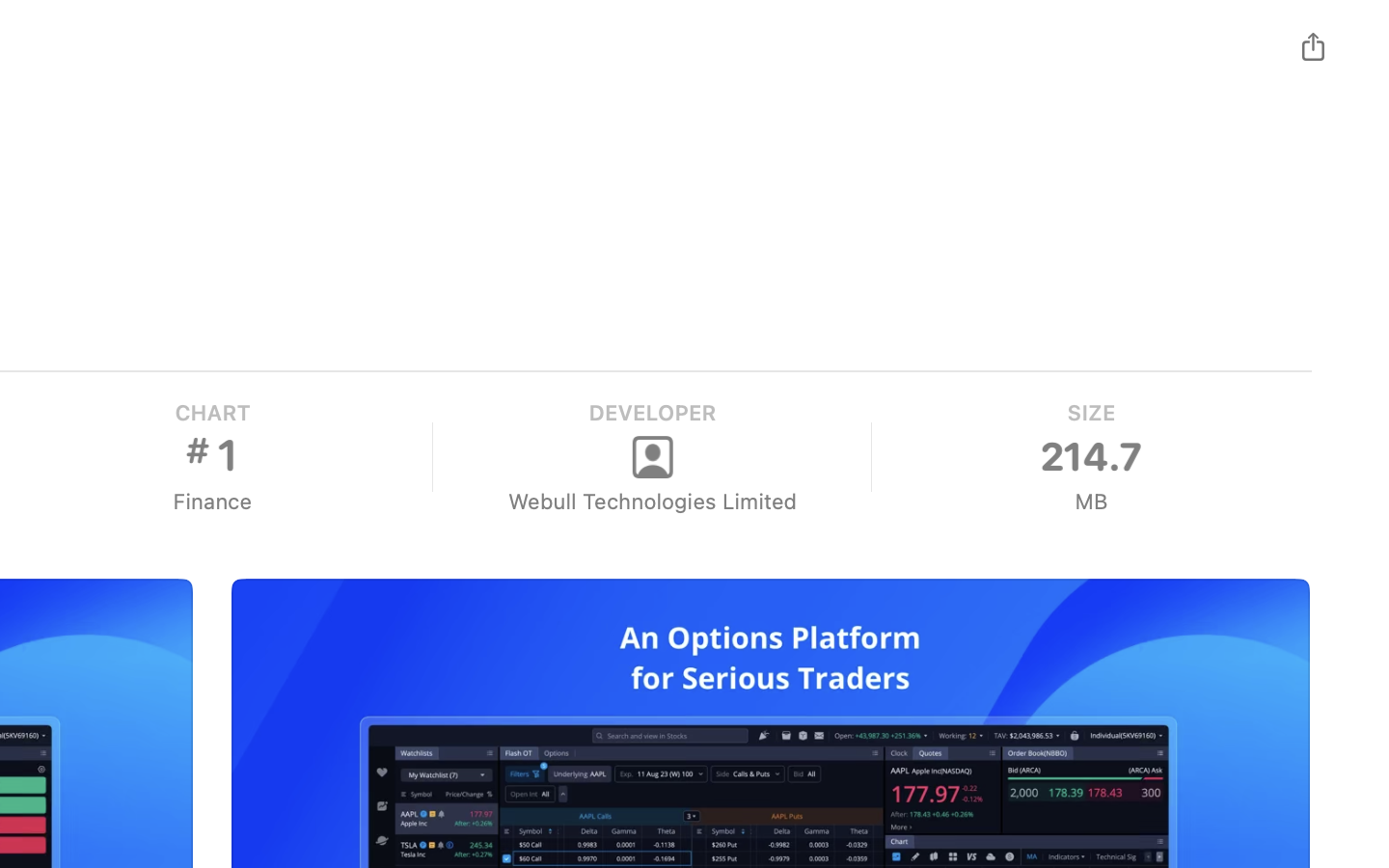 This screenshot has height=868, width=1389. What do you see at coordinates (211, 413) in the screenshot?
I see `'CHART'` at bounding box center [211, 413].